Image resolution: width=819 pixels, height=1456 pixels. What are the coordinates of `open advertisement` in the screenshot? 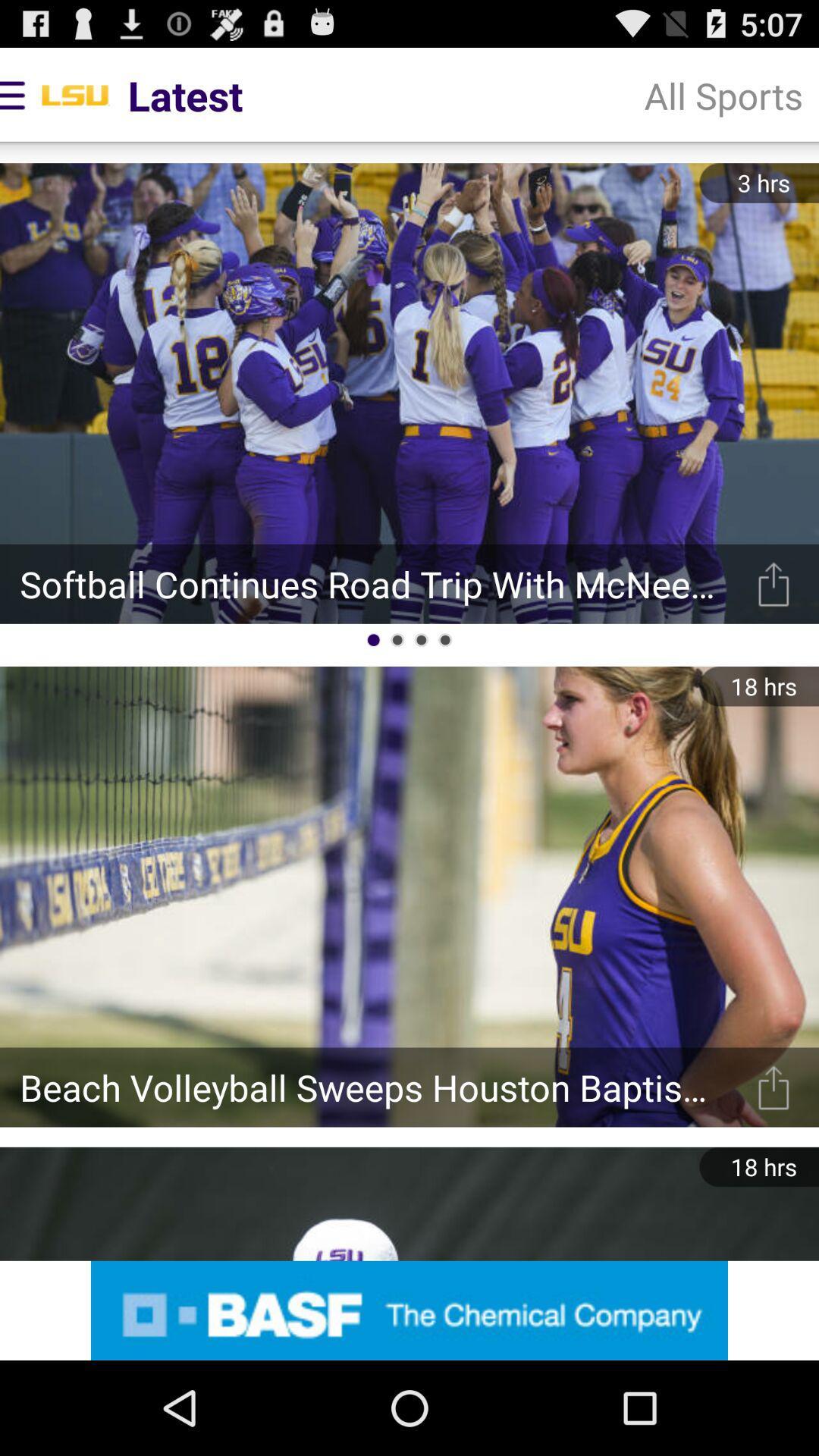 It's located at (409, 1310).